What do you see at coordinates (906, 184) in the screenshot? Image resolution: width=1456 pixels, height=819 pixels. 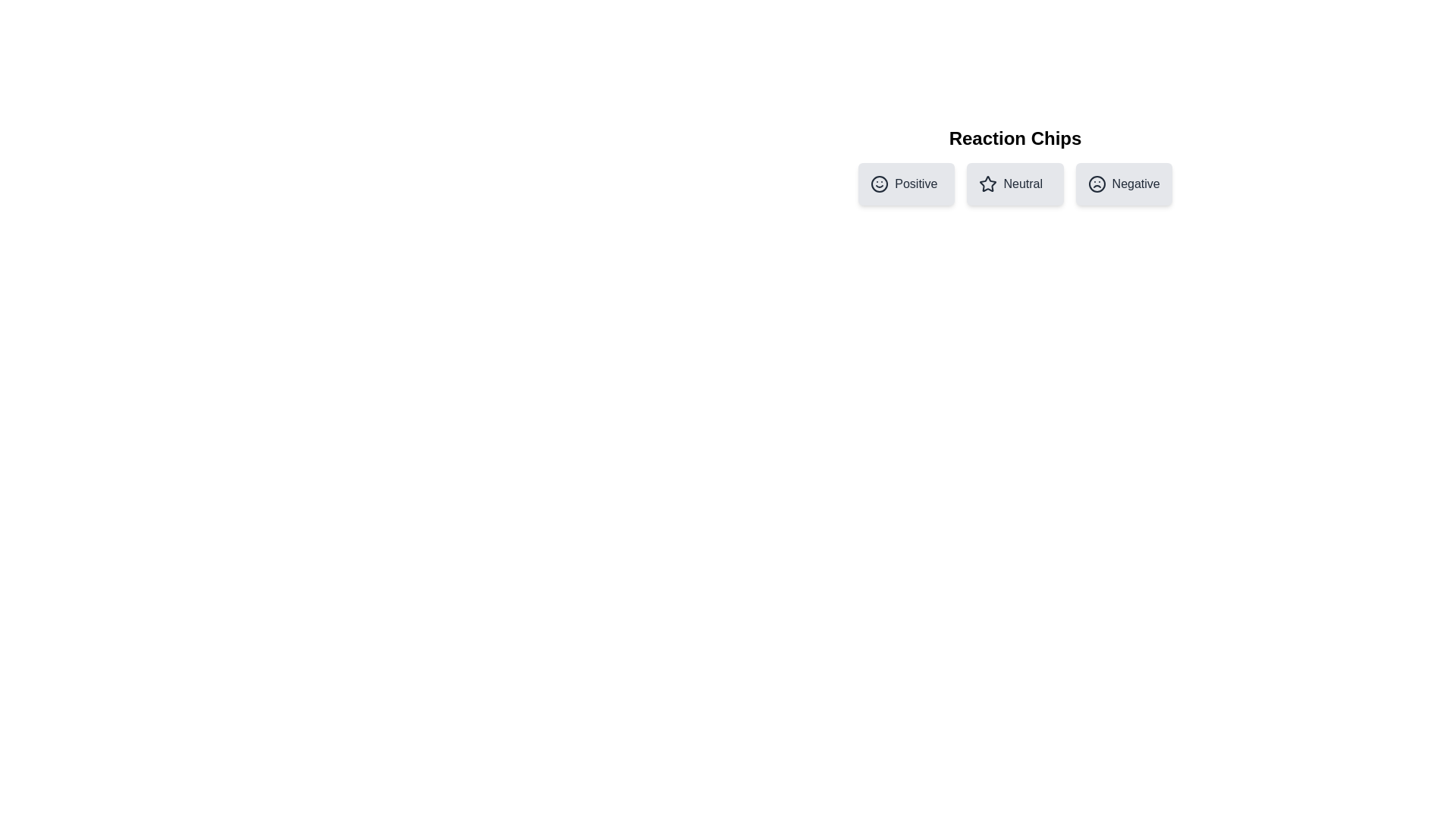 I see `the chip labeled Positive to preview its hover effect` at bounding box center [906, 184].